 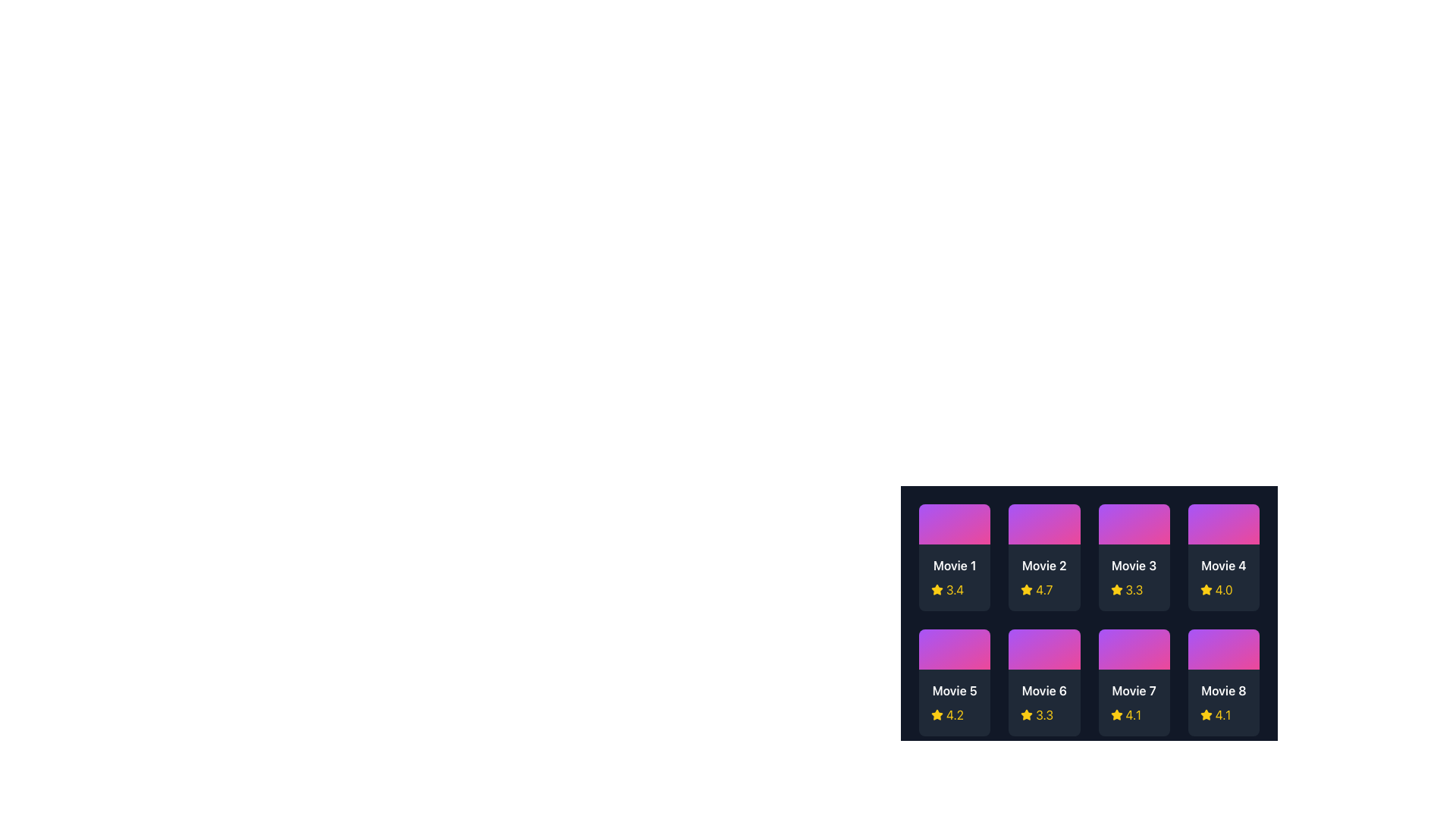 I want to click on the star icon representing the rating for 'Movie 1', which is adjacent to the numeric rating '3.4', so click(x=937, y=589).